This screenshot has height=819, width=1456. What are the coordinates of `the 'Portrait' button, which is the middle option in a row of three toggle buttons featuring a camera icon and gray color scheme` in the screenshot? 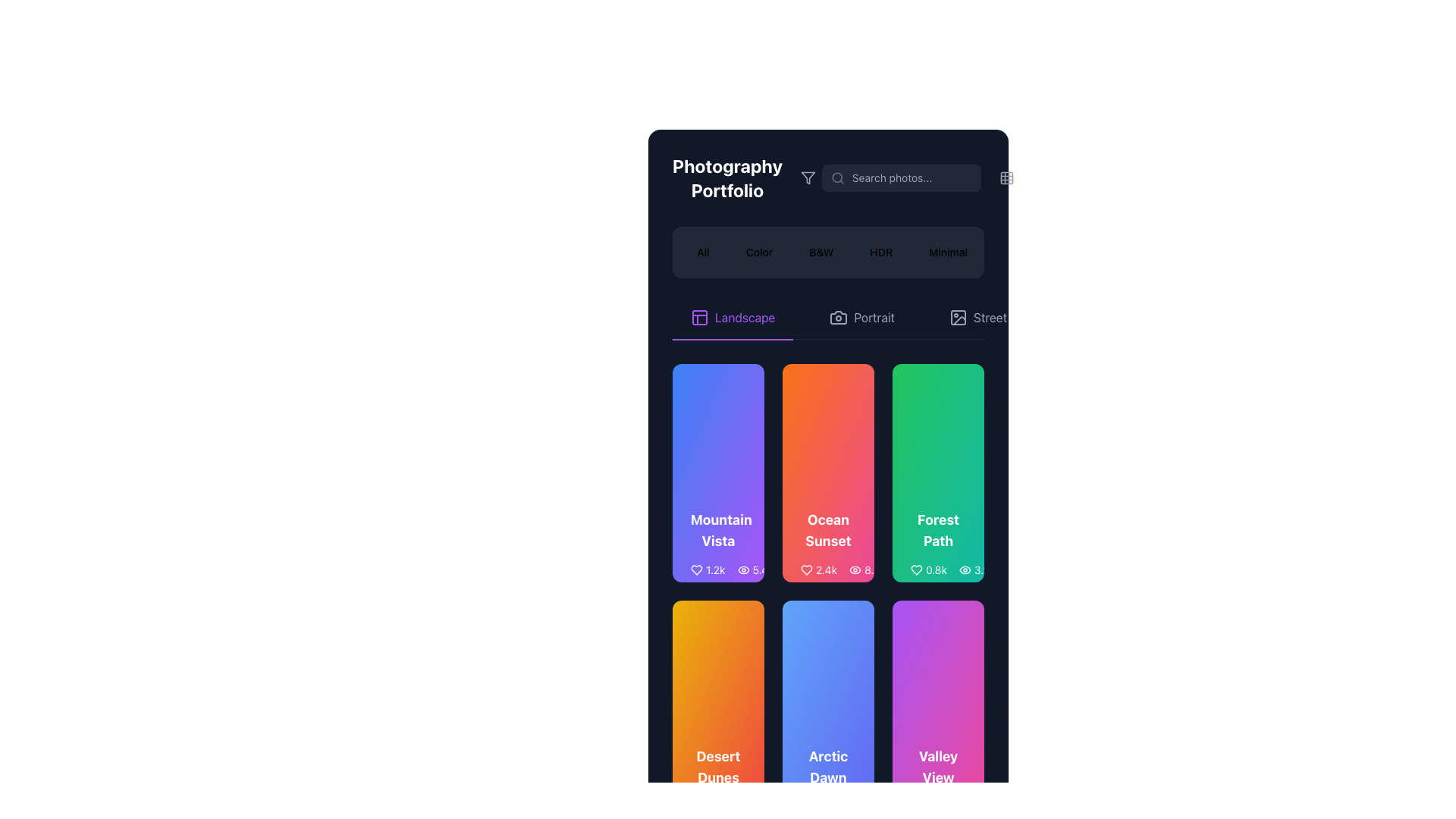 It's located at (862, 317).